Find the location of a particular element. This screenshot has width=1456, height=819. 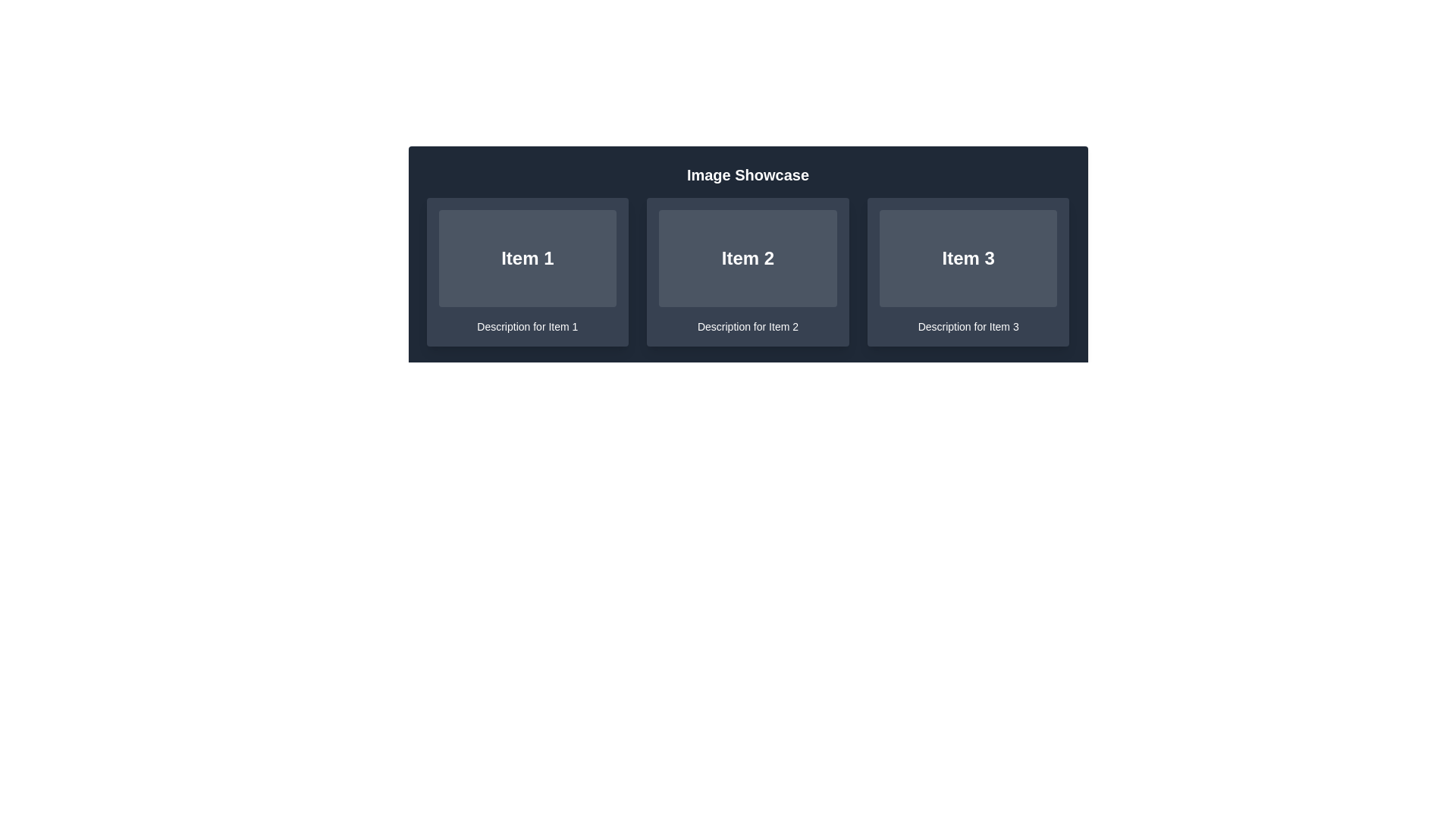

the second item in a horizontal grid of three items, which serves as a visual and textual representation of an item indicating its title and a brief description is located at coordinates (748, 271).